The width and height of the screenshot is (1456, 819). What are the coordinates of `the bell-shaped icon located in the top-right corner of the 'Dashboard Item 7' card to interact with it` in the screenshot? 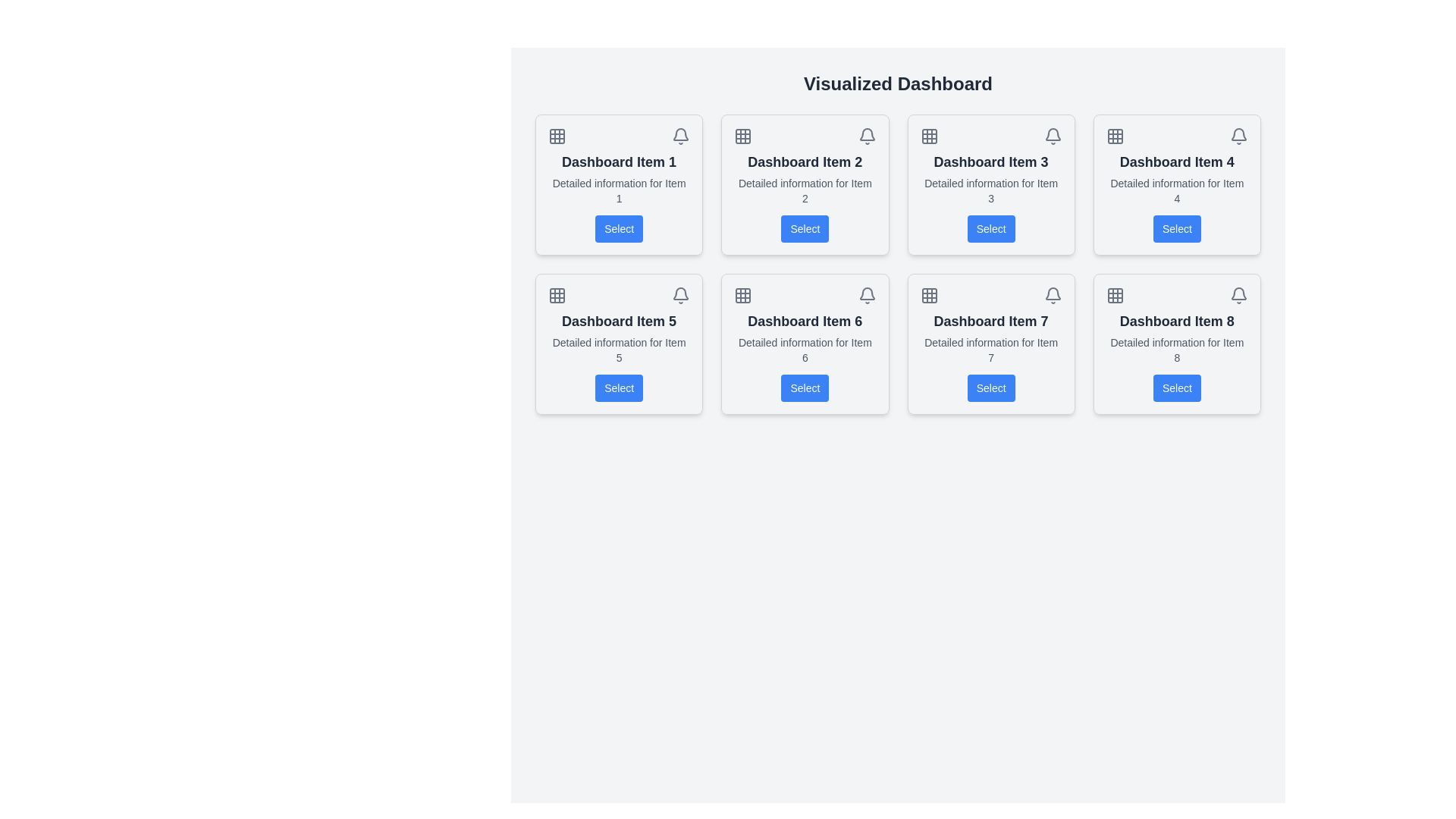 It's located at (1051, 293).